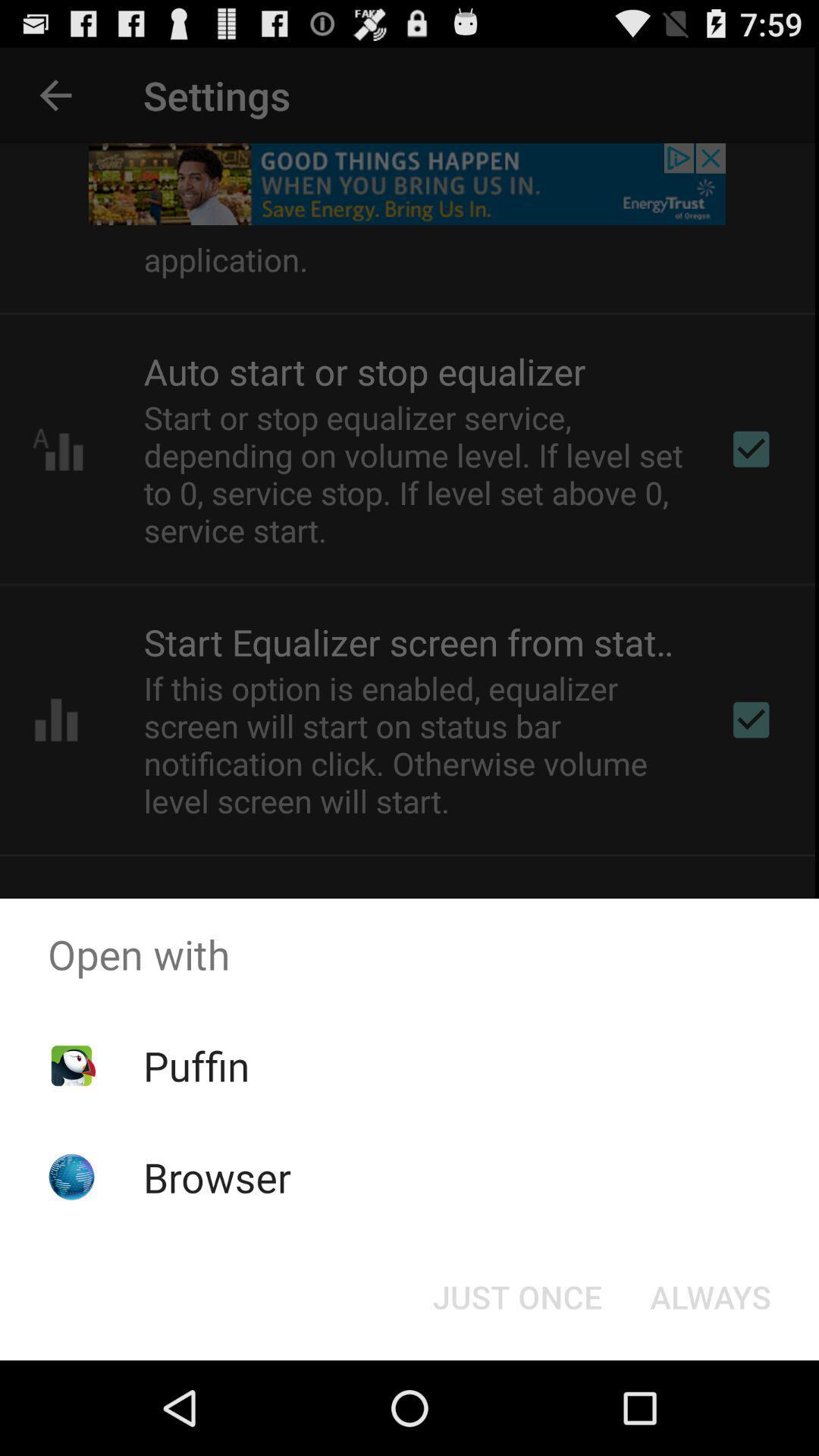  What do you see at coordinates (711, 1295) in the screenshot?
I see `button next to the just once icon` at bounding box center [711, 1295].